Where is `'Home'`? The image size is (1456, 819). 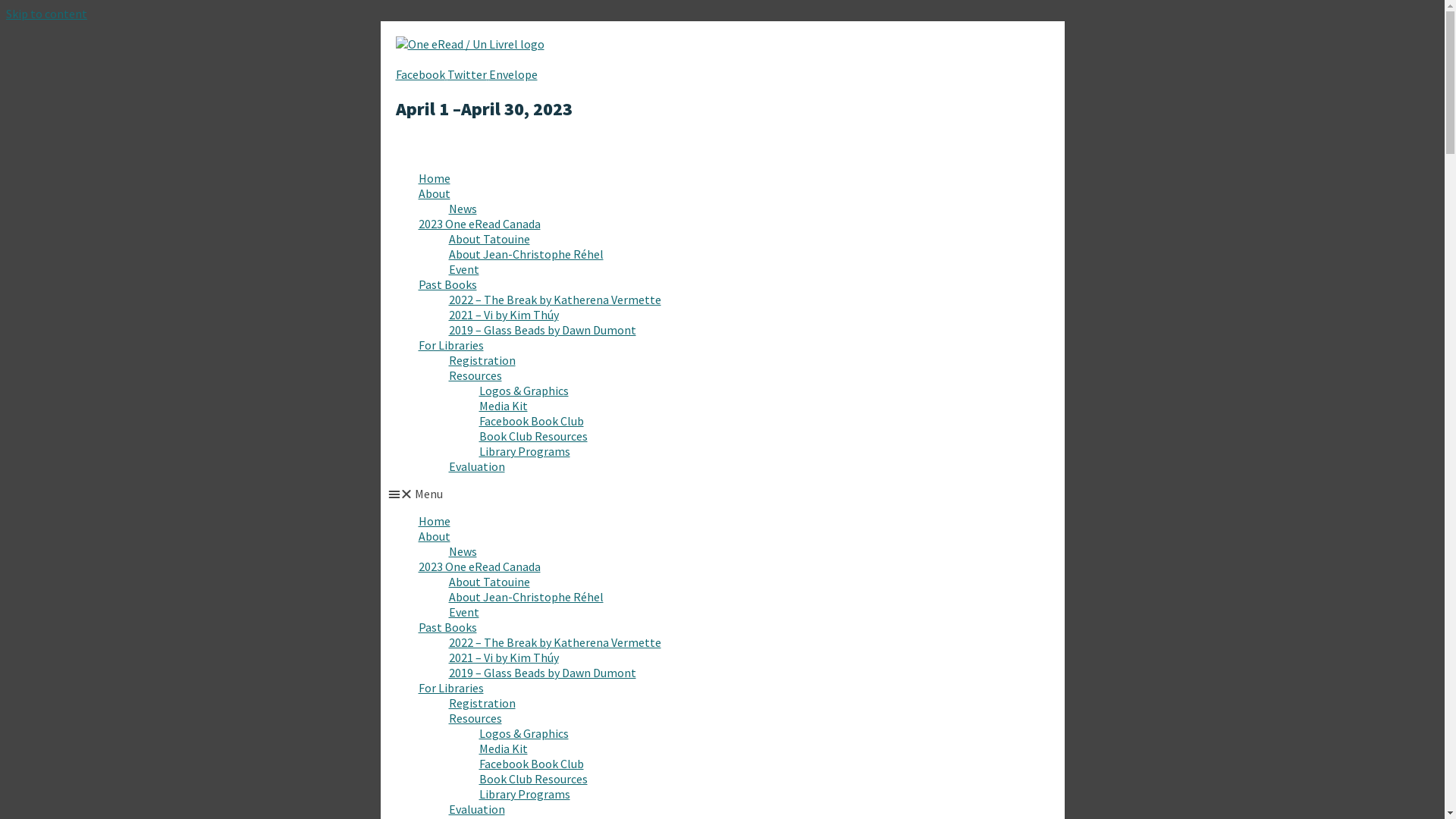 'Home' is located at coordinates (433, 177).